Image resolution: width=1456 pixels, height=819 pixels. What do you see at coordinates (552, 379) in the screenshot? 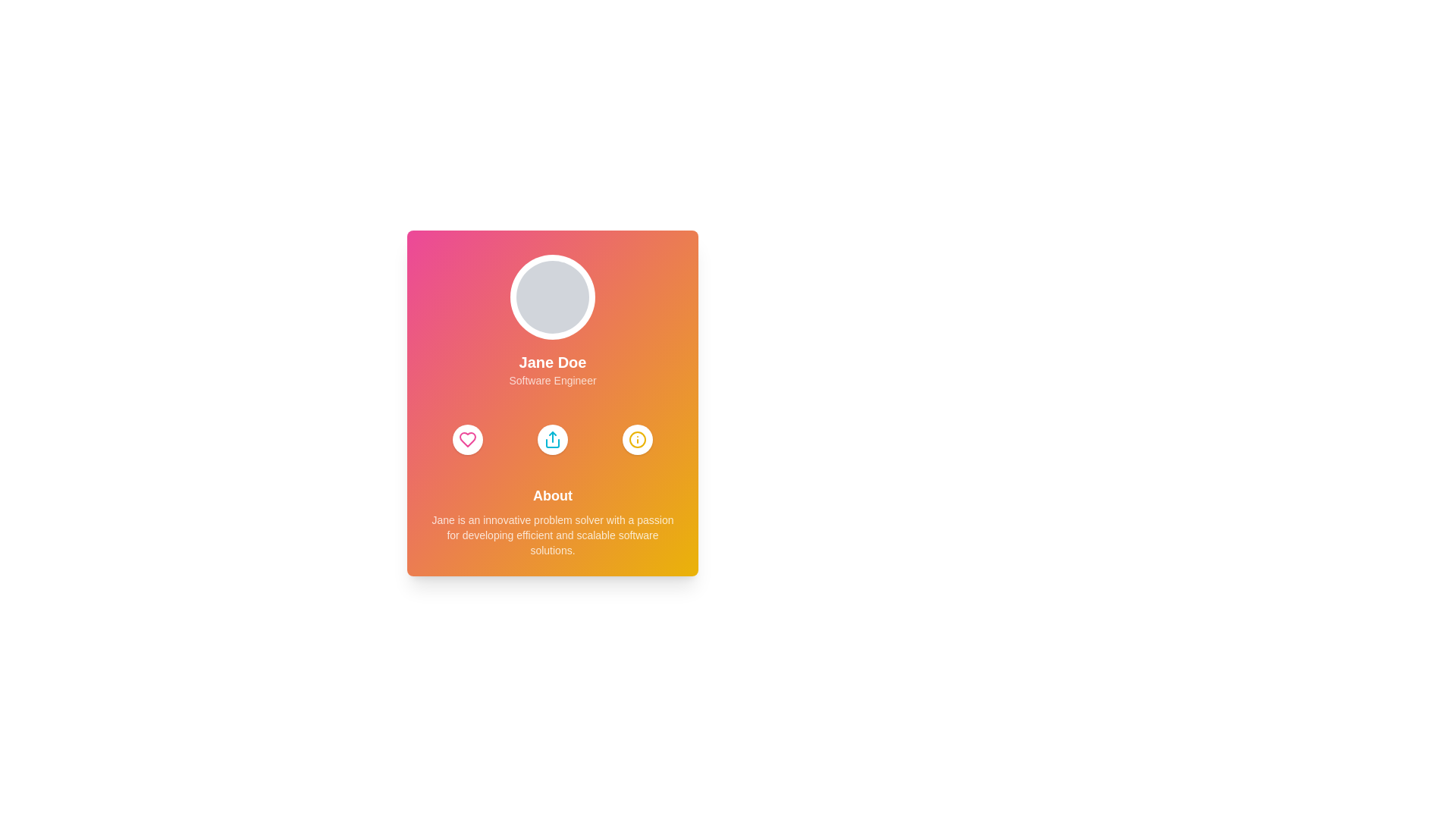
I see `the subtitle text label located at the bottom of the profile card for 'Jane Doe'` at bounding box center [552, 379].